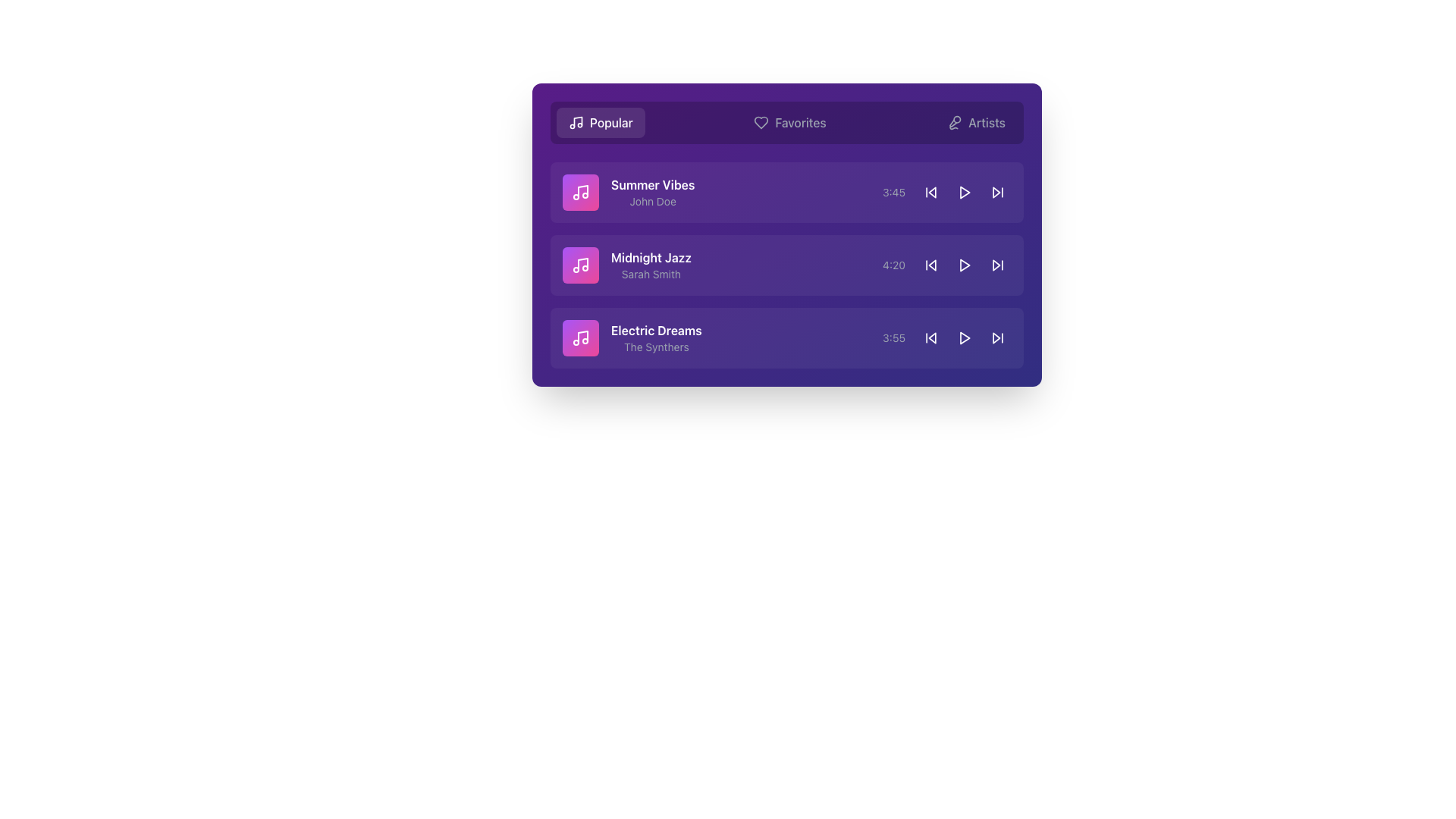  What do you see at coordinates (580, 337) in the screenshot?
I see `the leftmost icon representing the music track 'Electric Dreams' by 'The Synthers'` at bounding box center [580, 337].